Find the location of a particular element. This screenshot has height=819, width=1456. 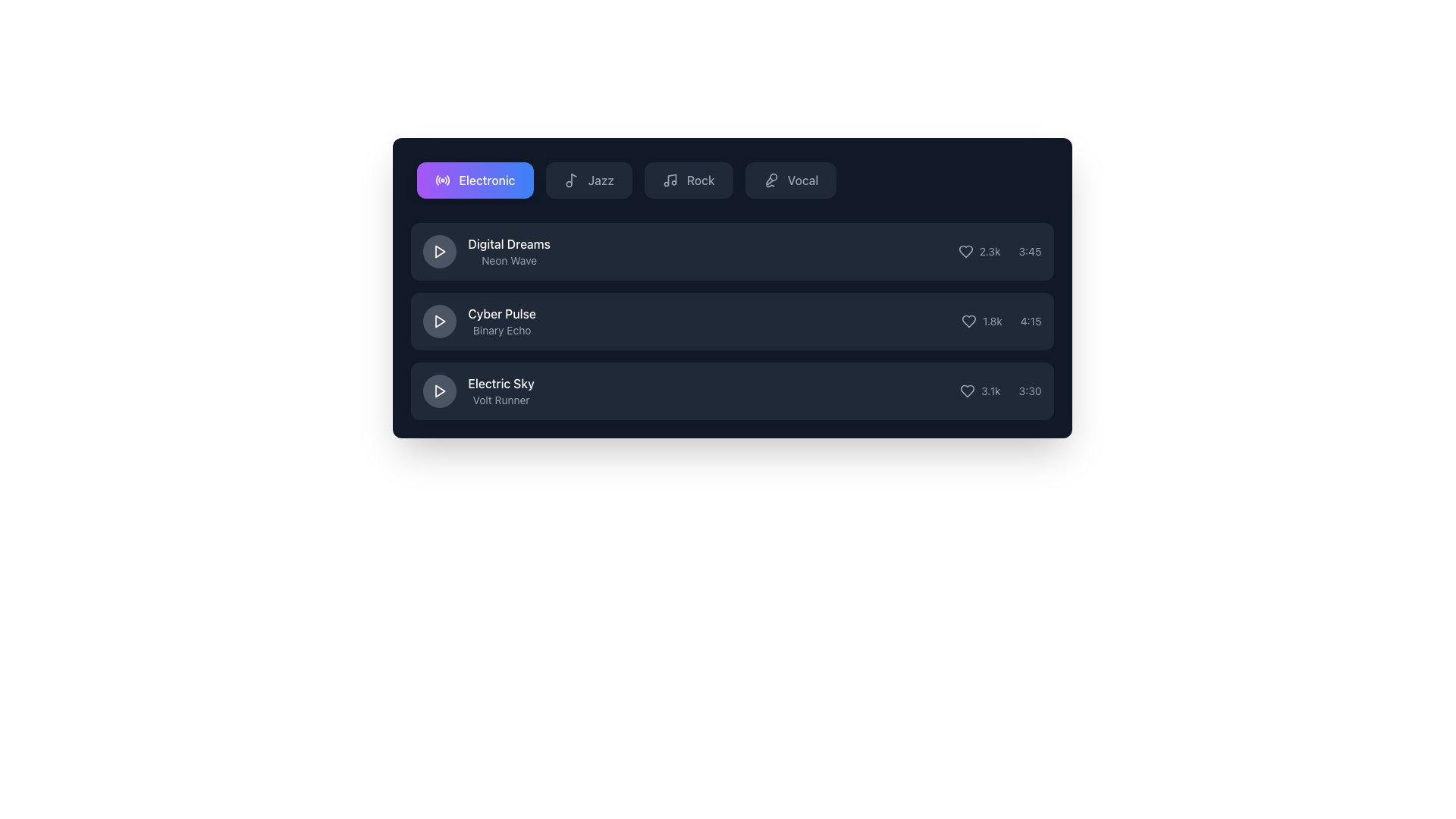

the microphone icon located in the 'Vocal' tab, positioned to the left of the 'Vocal' label in the navigation section of the interface is located at coordinates (770, 180).